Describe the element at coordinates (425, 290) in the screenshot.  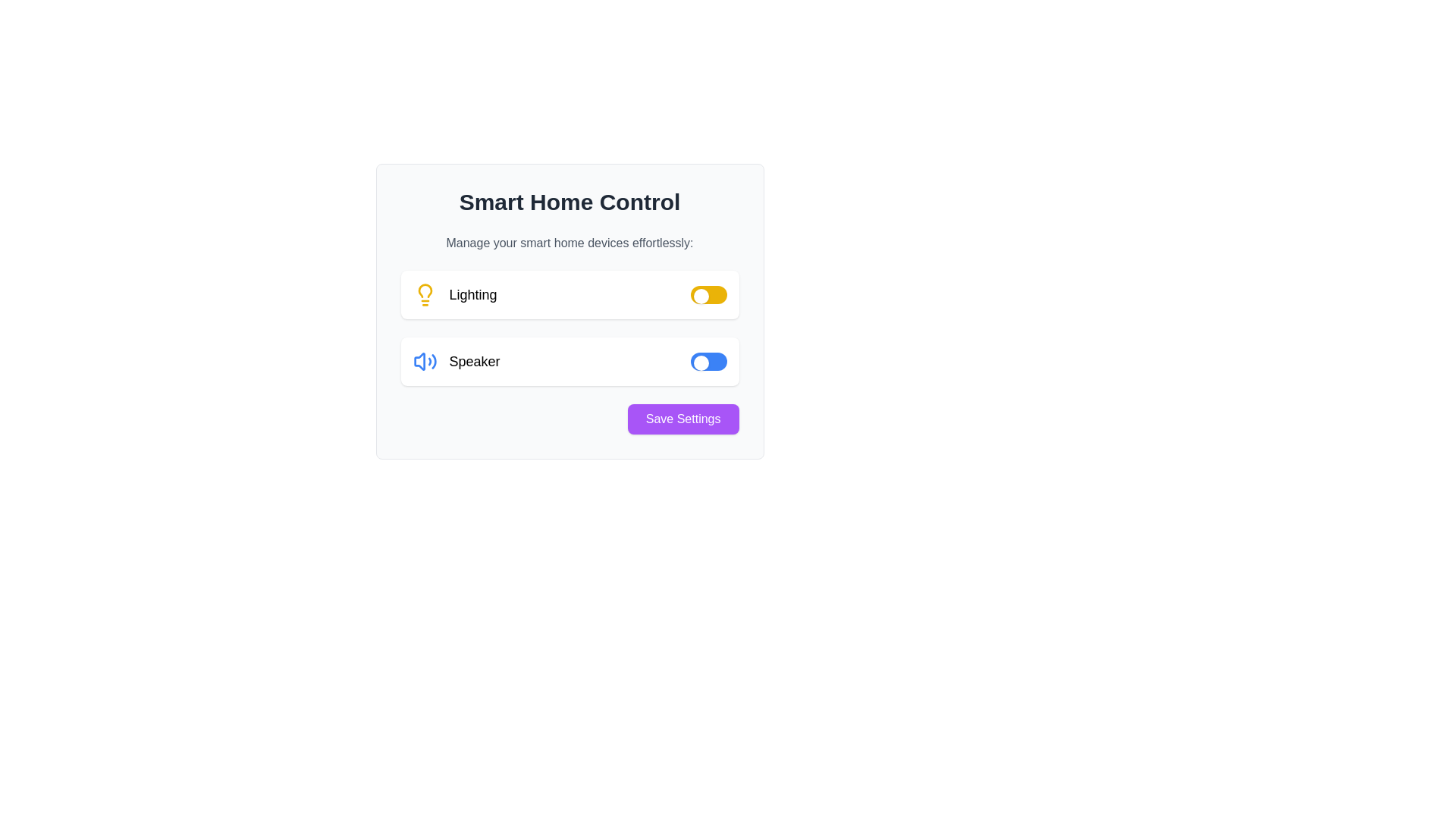
I see `the lightbulb icon located in the 'Lighting' section, which is styled with a yellow outline and positioned above the 'Lighting' text and to the left of the toggle switch` at that location.